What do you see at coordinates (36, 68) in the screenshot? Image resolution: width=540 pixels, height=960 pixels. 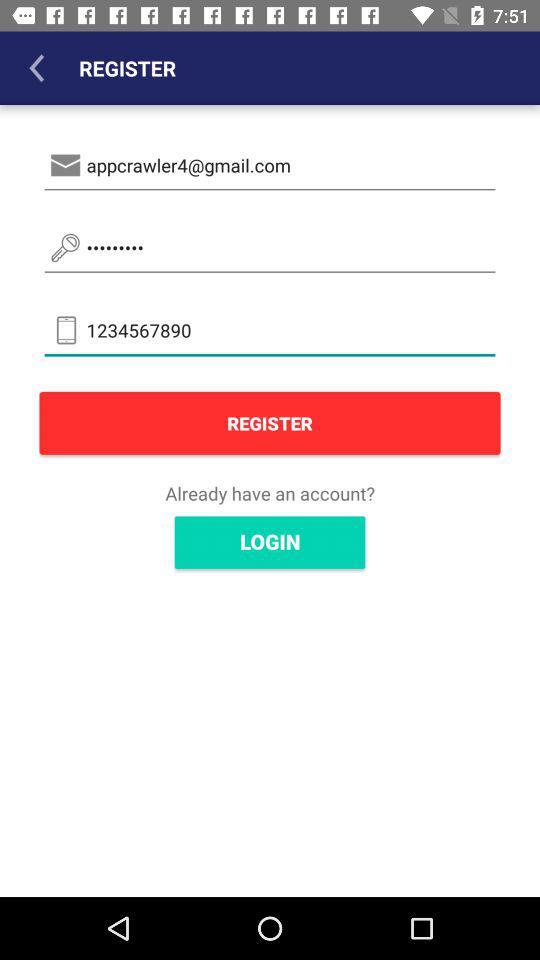 I see `the item above the appcrawler4@gmail.com icon` at bounding box center [36, 68].